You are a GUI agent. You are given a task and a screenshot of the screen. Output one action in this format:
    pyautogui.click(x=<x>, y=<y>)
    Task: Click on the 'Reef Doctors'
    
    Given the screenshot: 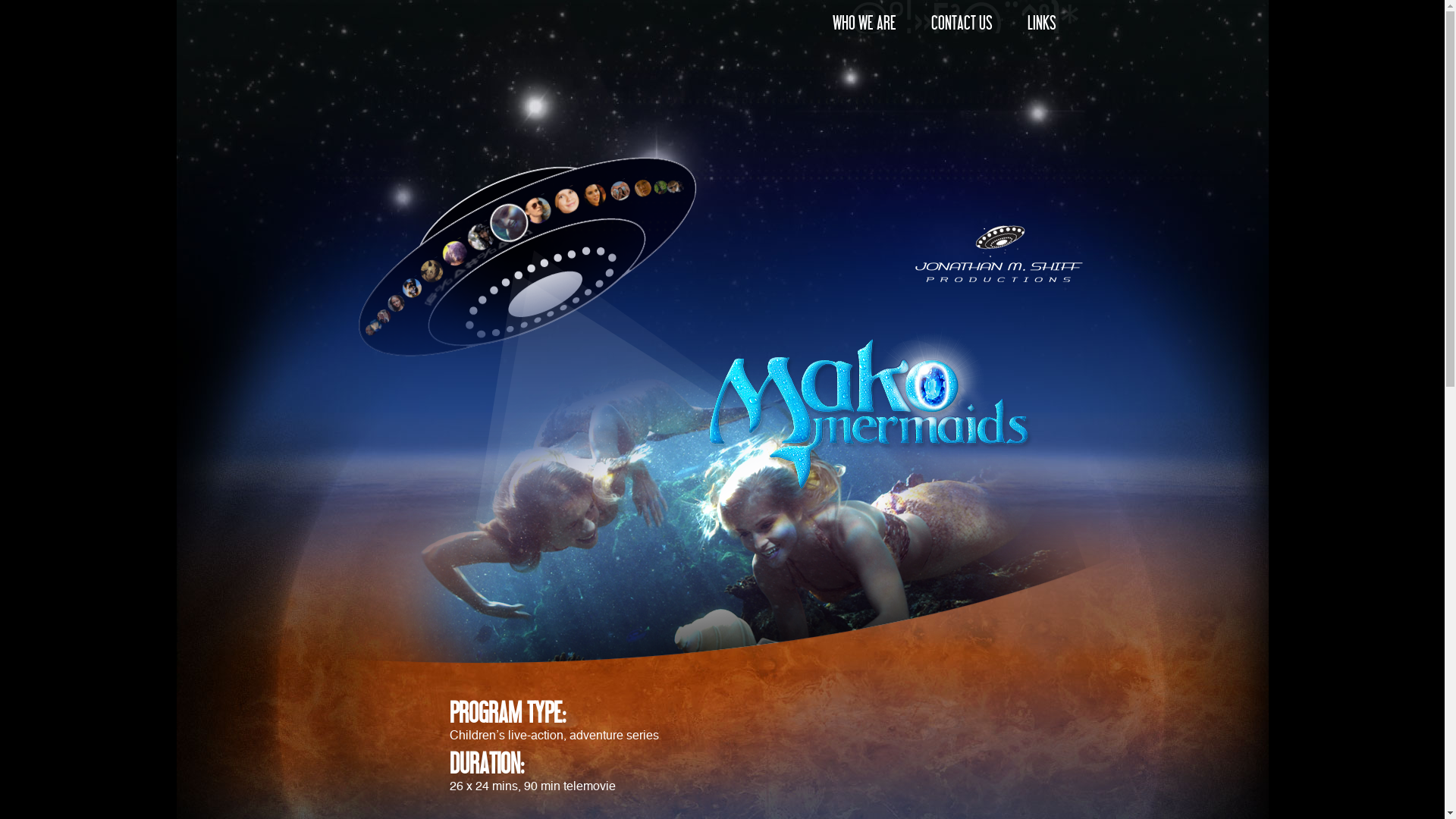 What is the action you would take?
    pyautogui.click(x=532, y=210)
    